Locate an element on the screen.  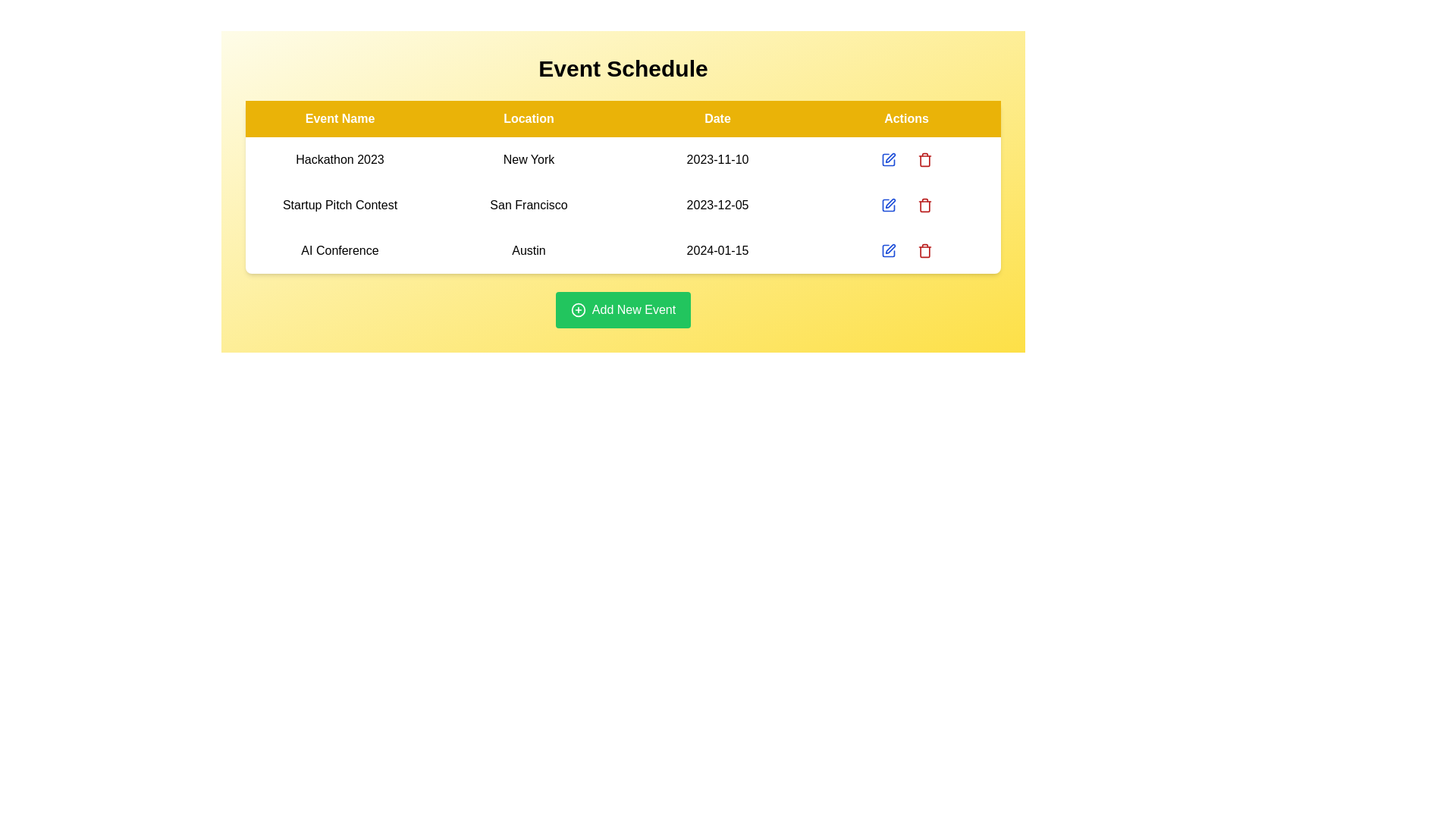
the edit button for the event Hackathon 2023 is located at coordinates (888, 160).